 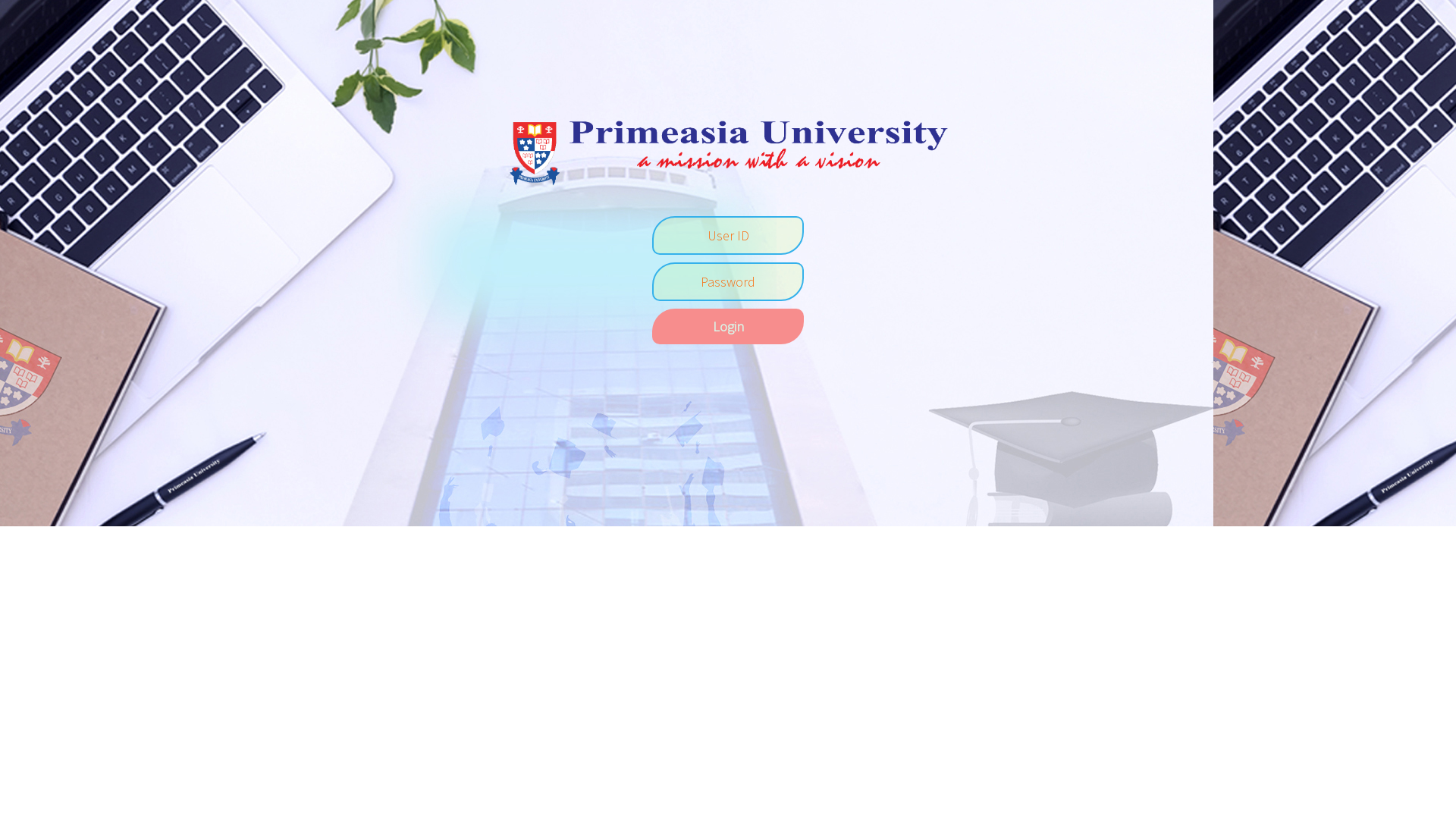 I want to click on 'Login', so click(x=651, y=325).